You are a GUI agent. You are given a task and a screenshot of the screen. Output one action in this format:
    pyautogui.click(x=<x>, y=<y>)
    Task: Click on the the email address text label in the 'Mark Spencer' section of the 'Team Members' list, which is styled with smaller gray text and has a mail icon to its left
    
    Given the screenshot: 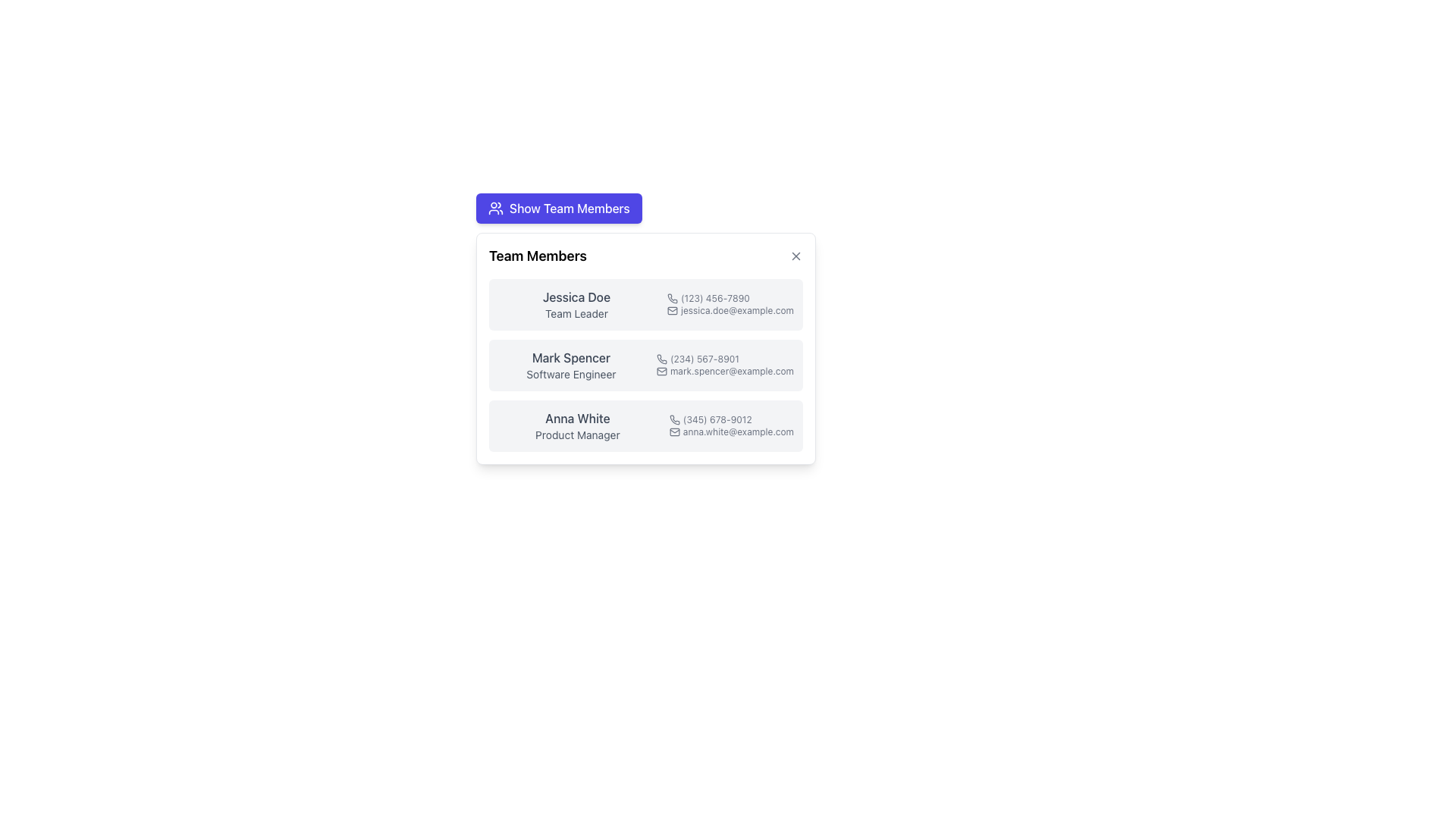 What is the action you would take?
    pyautogui.click(x=724, y=371)
    